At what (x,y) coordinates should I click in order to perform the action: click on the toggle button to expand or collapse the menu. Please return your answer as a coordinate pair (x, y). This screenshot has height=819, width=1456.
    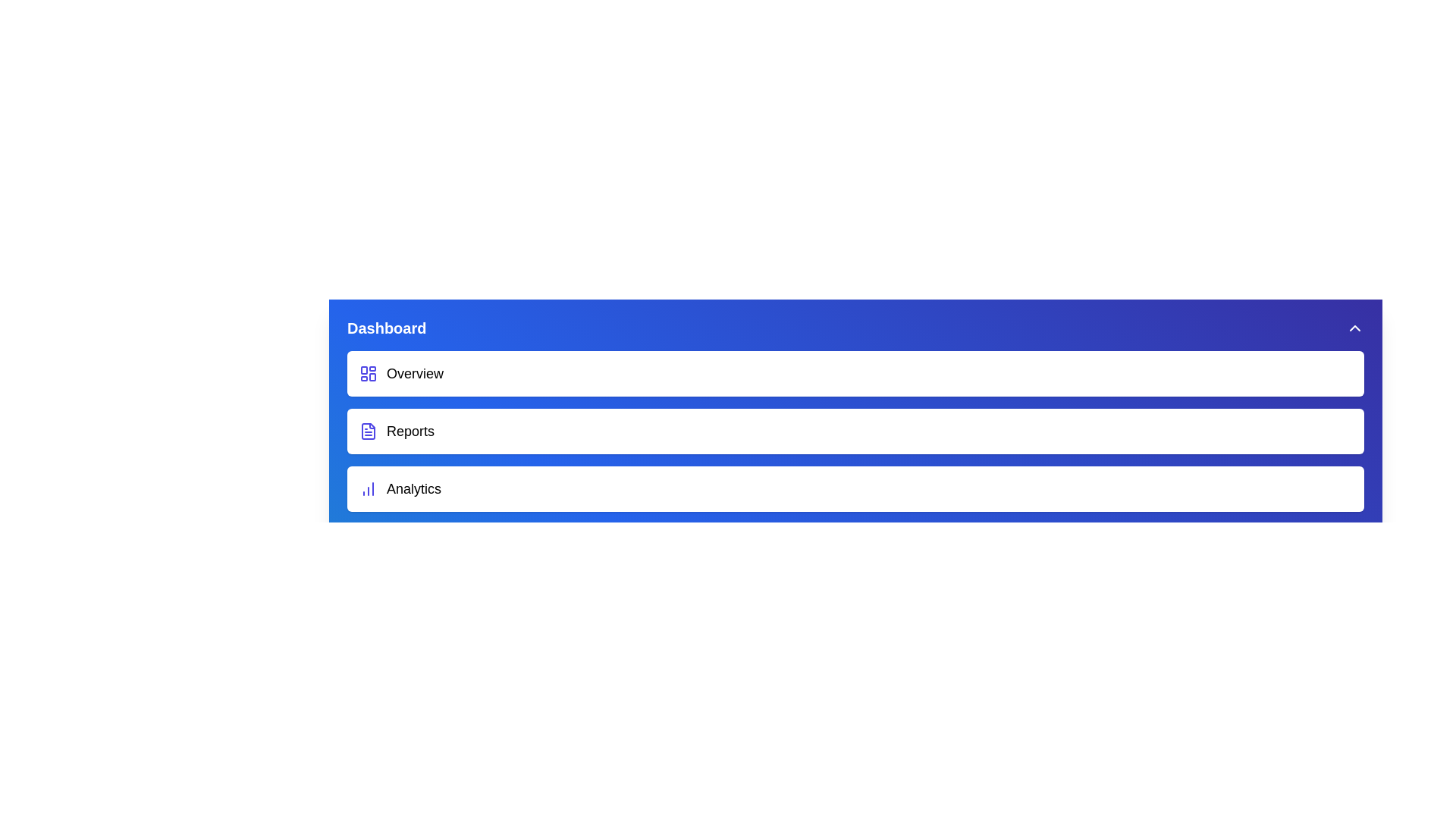
    Looking at the image, I should click on (1354, 327).